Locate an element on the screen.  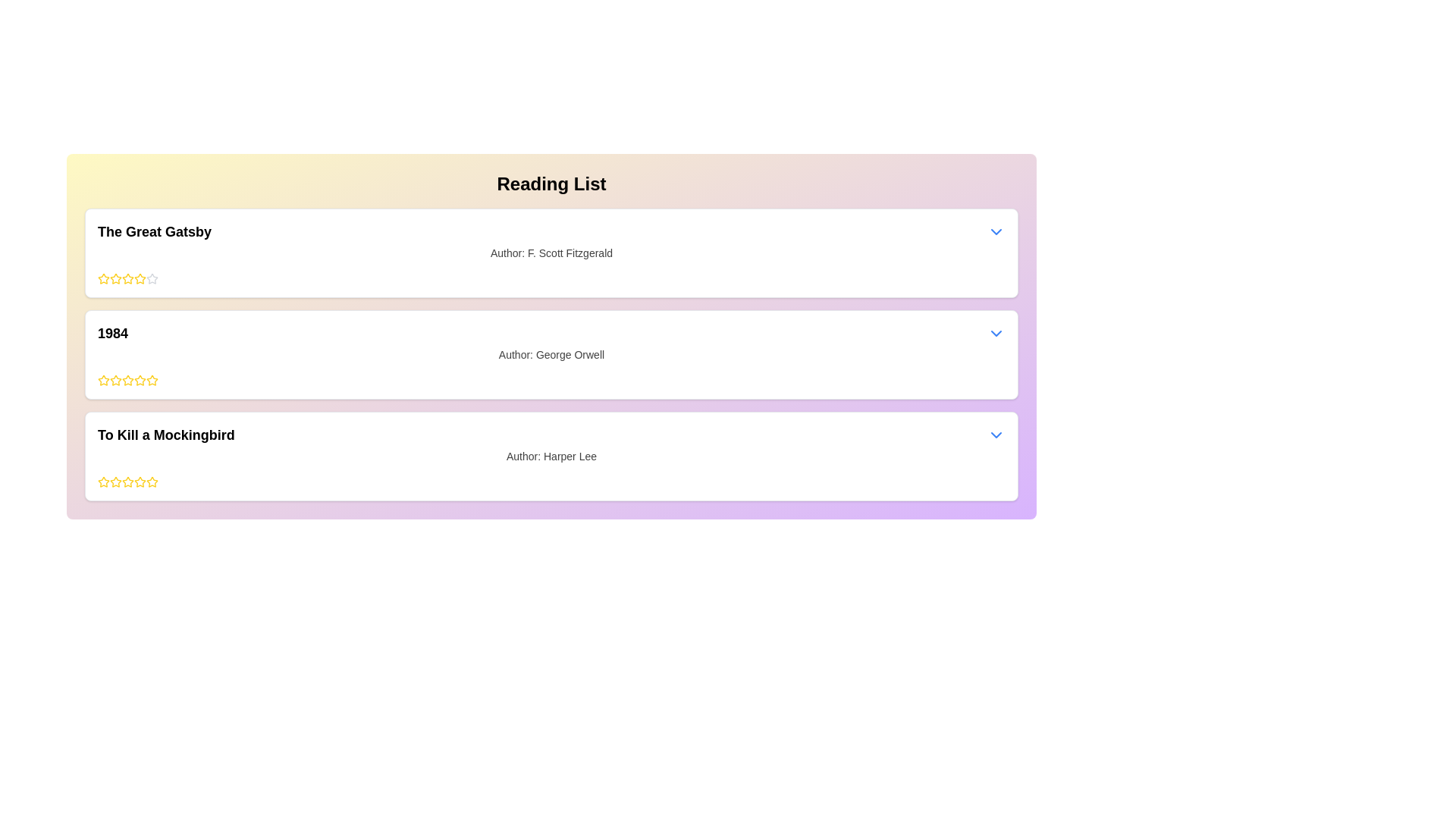
text content of the label displaying 'The Great Gatsby', which is styled prominently in bold and larger font, located at the top-left corner of the book details section is located at coordinates (155, 231).